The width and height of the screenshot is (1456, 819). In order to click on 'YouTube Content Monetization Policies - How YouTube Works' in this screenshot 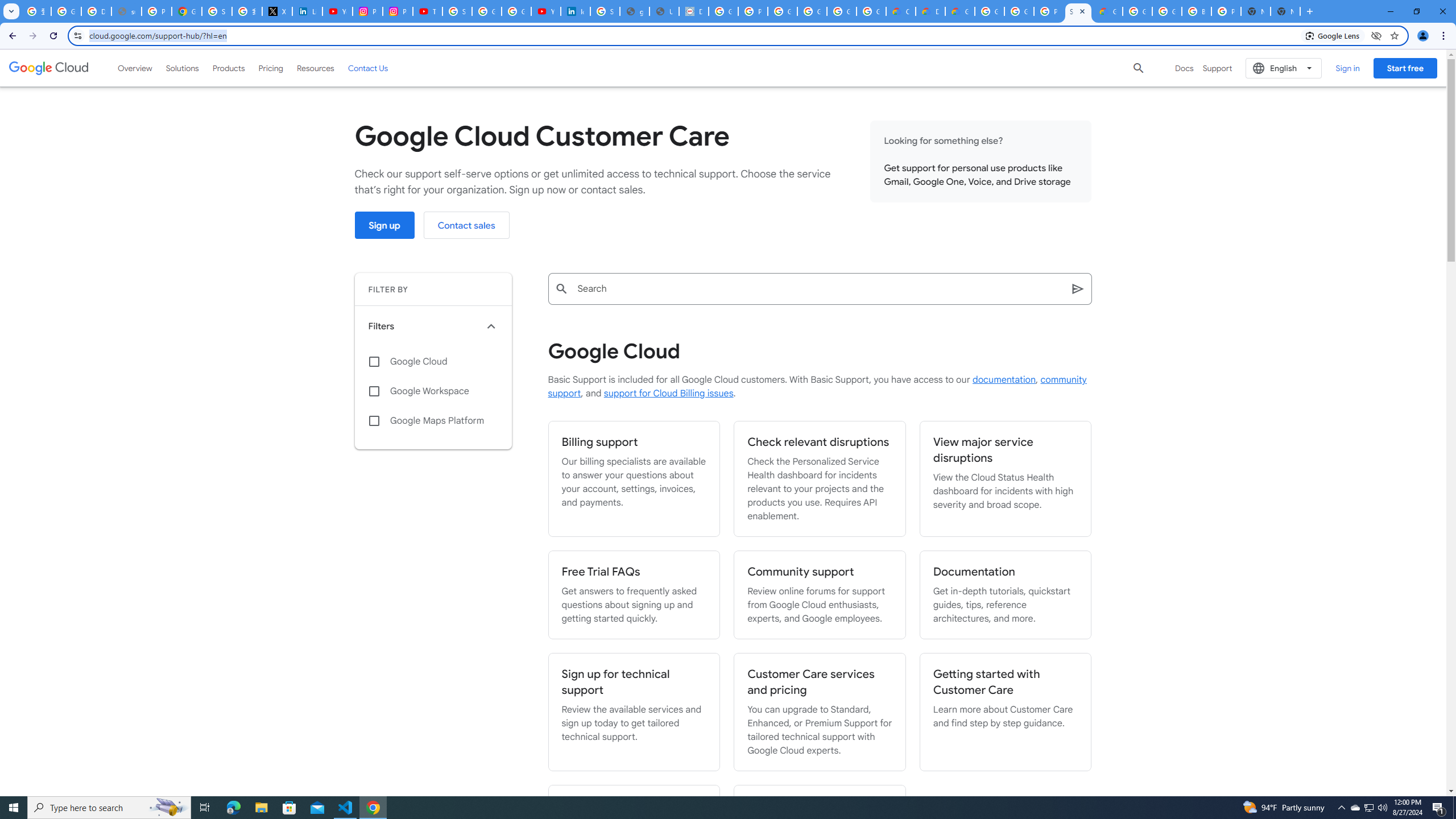, I will do `click(337, 11)`.